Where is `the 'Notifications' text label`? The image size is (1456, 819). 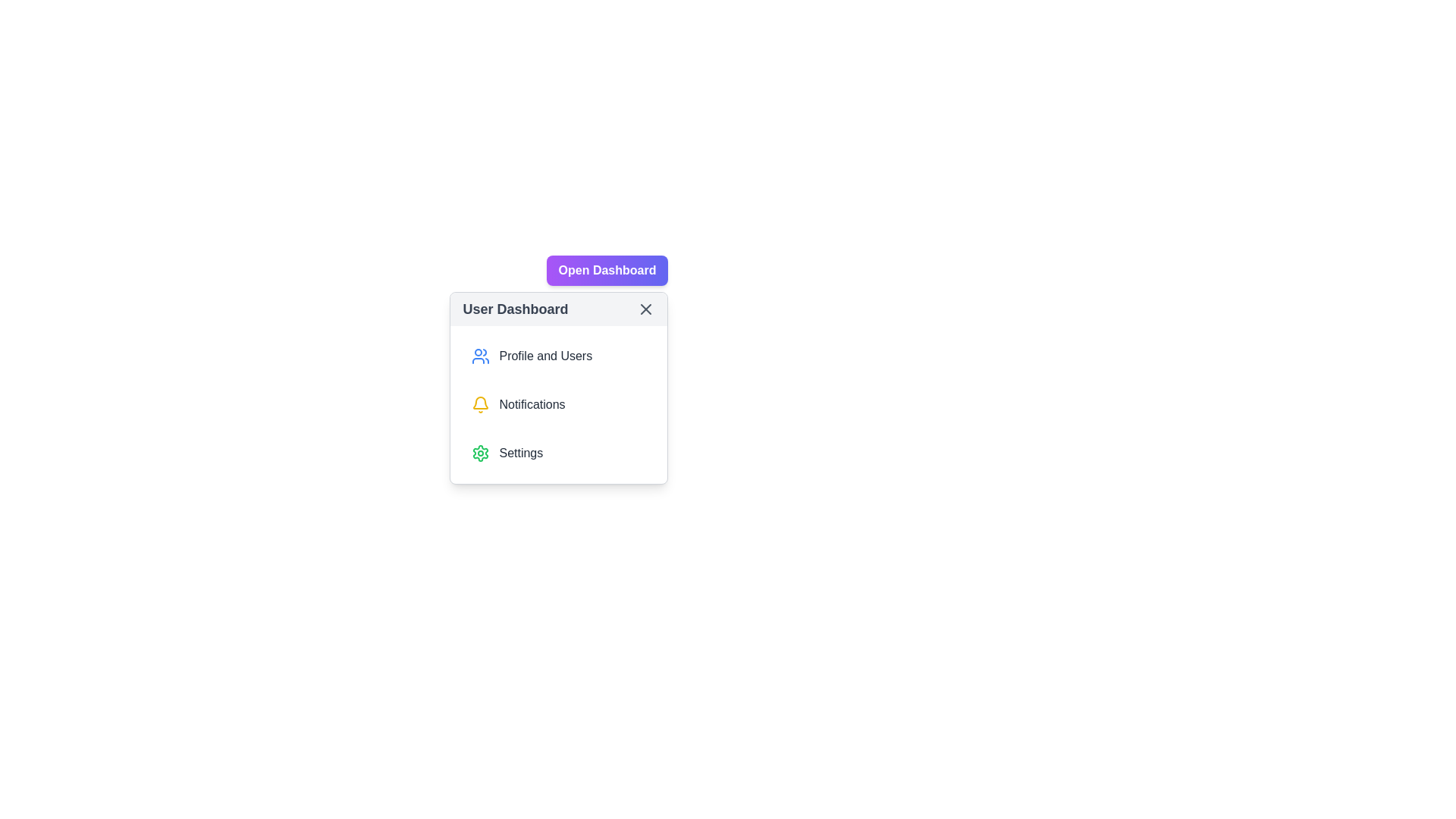 the 'Notifications' text label is located at coordinates (532, 403).